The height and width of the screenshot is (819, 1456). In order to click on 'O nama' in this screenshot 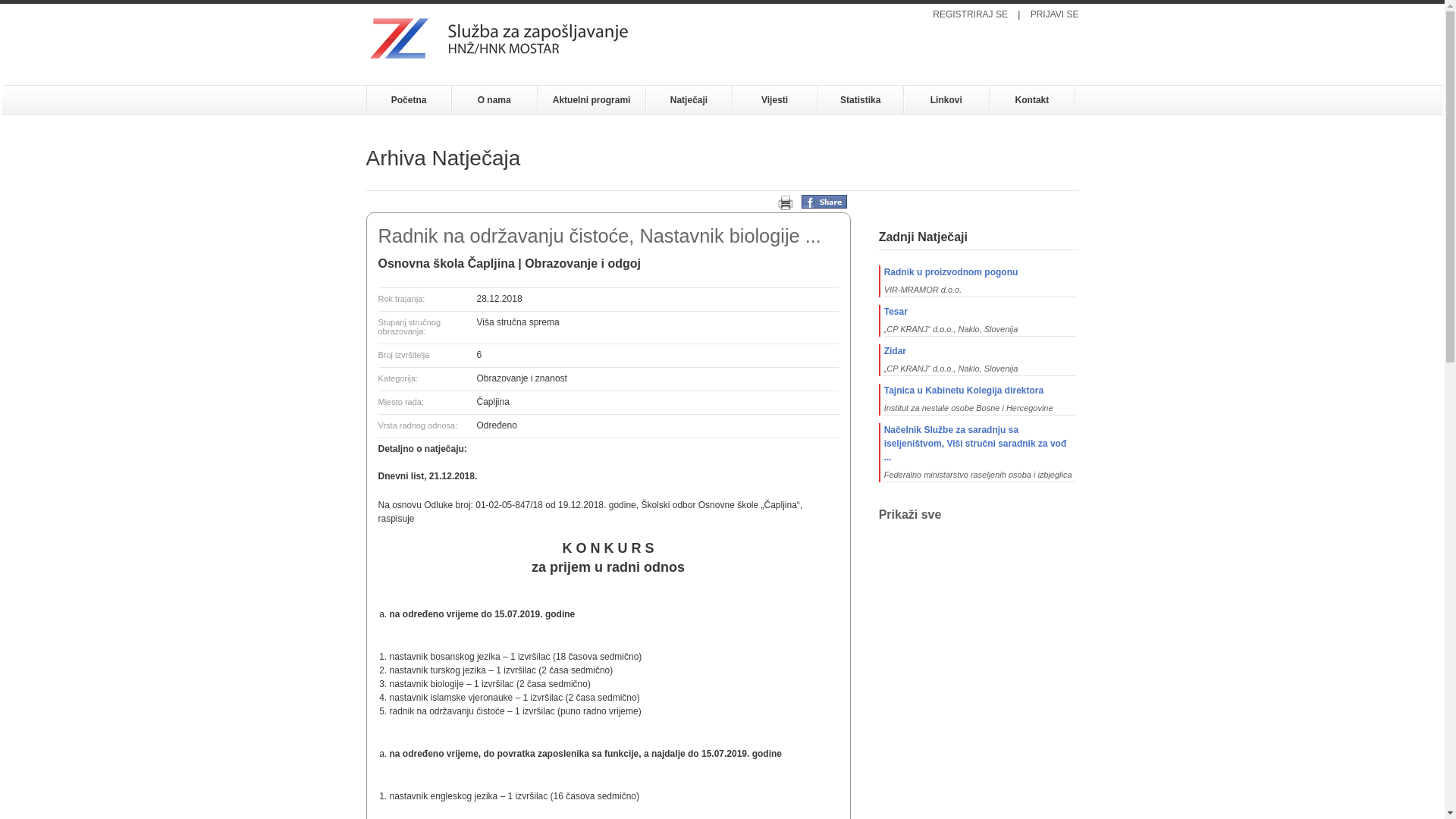, I will do `click(494, 99)`.